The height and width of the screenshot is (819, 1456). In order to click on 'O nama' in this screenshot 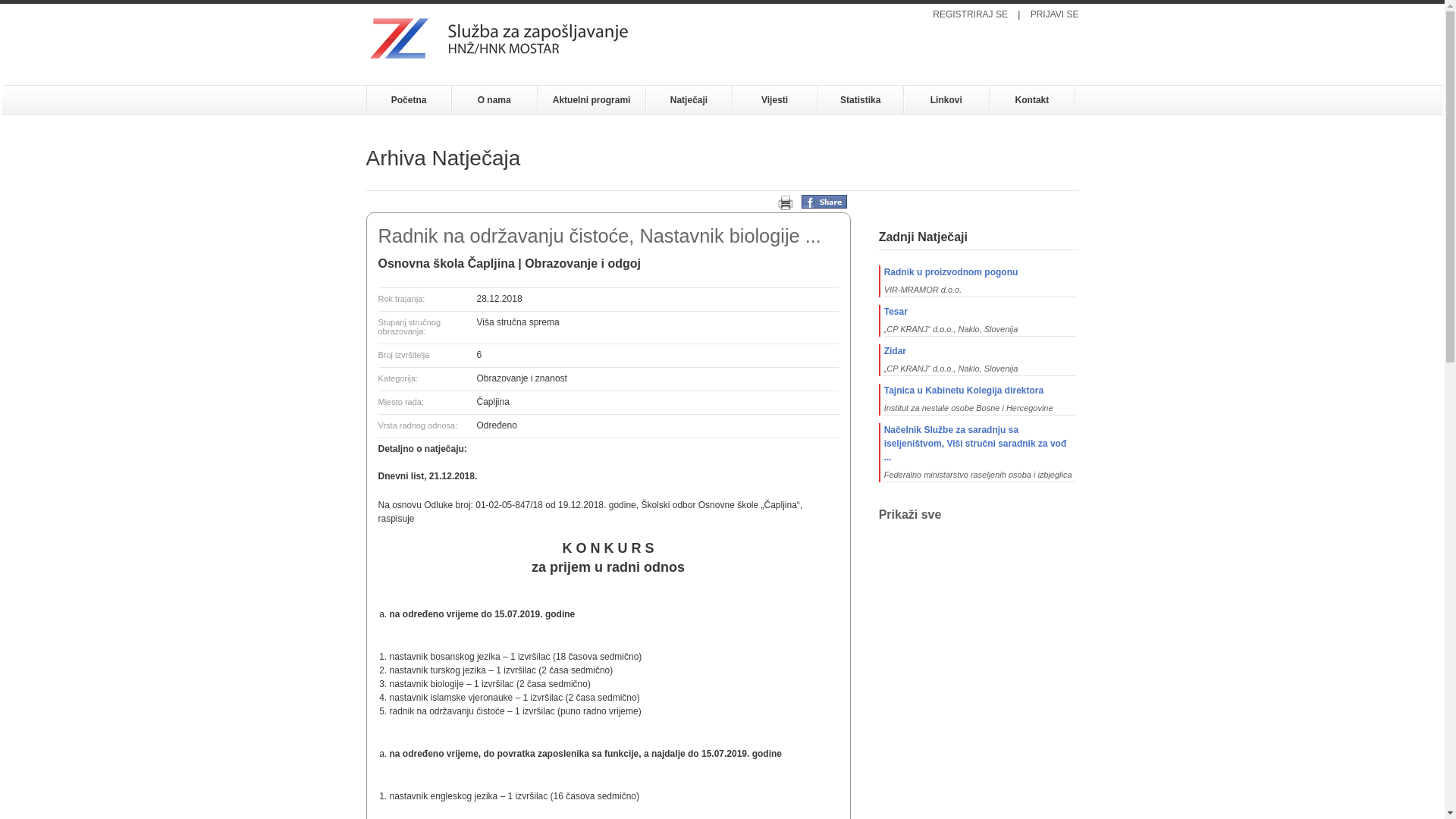, I will do `click(494, 99)`.